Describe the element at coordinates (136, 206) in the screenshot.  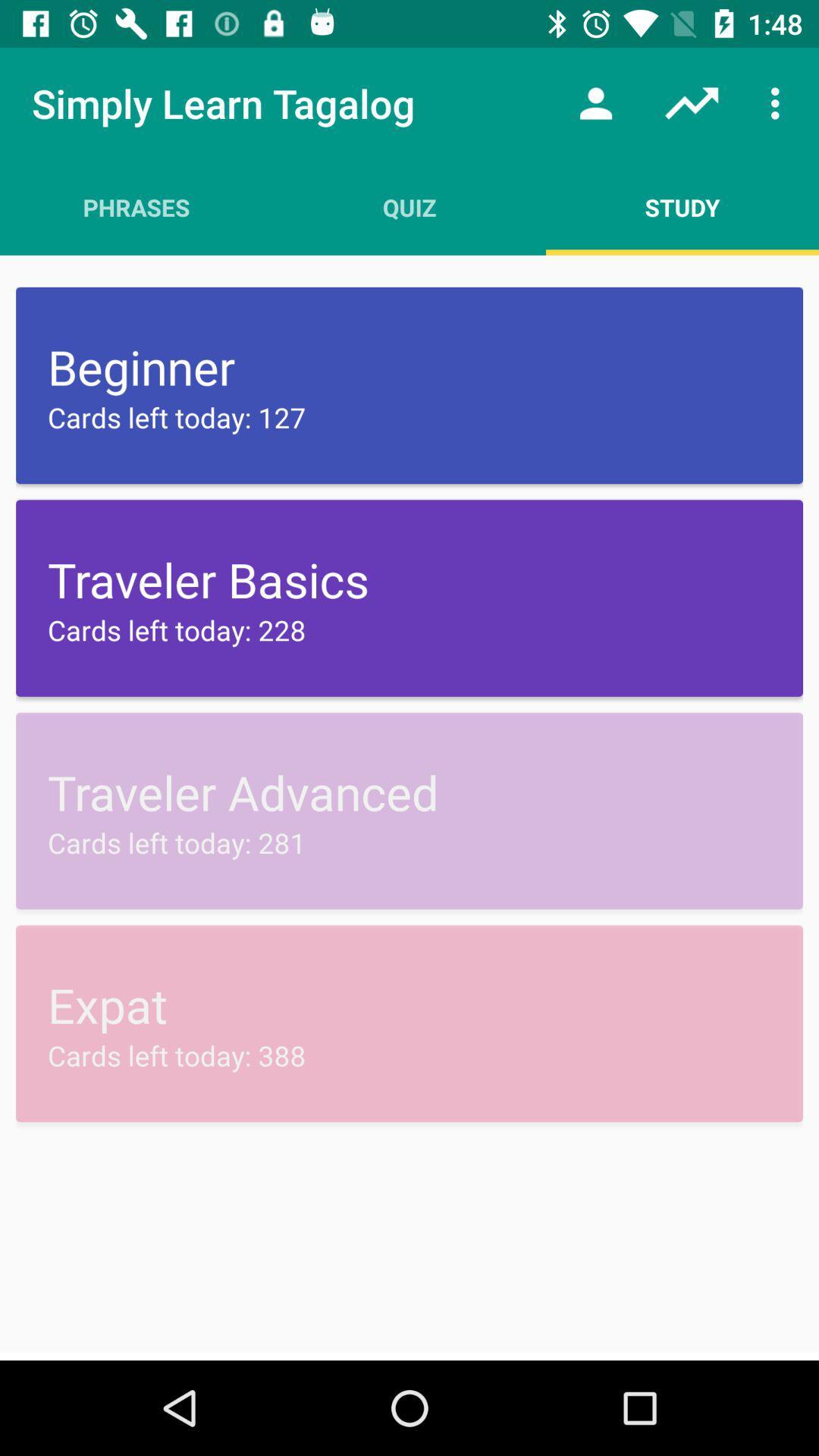
I see `icon above beginner` at that location.